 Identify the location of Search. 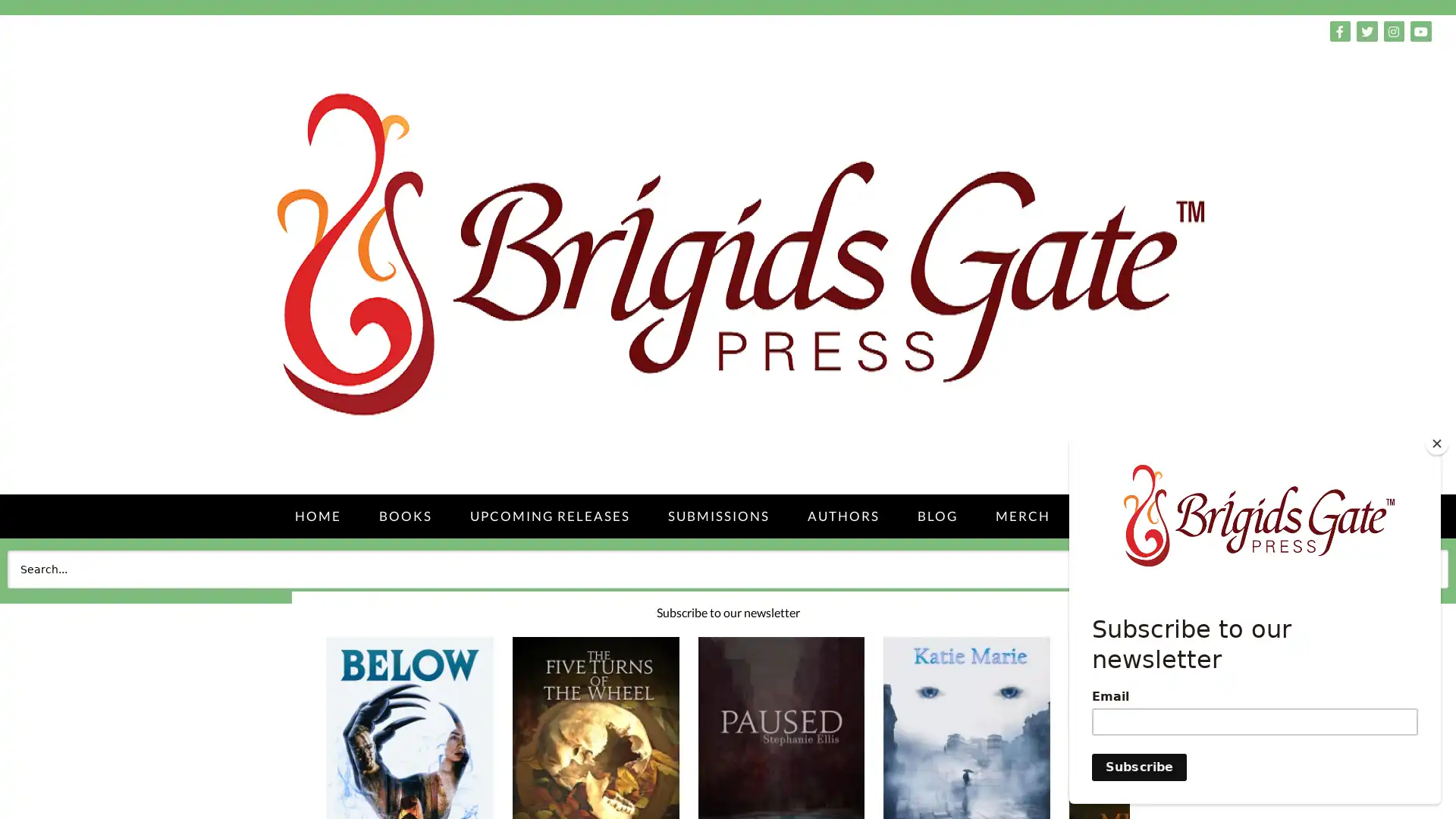
(1414, 568).